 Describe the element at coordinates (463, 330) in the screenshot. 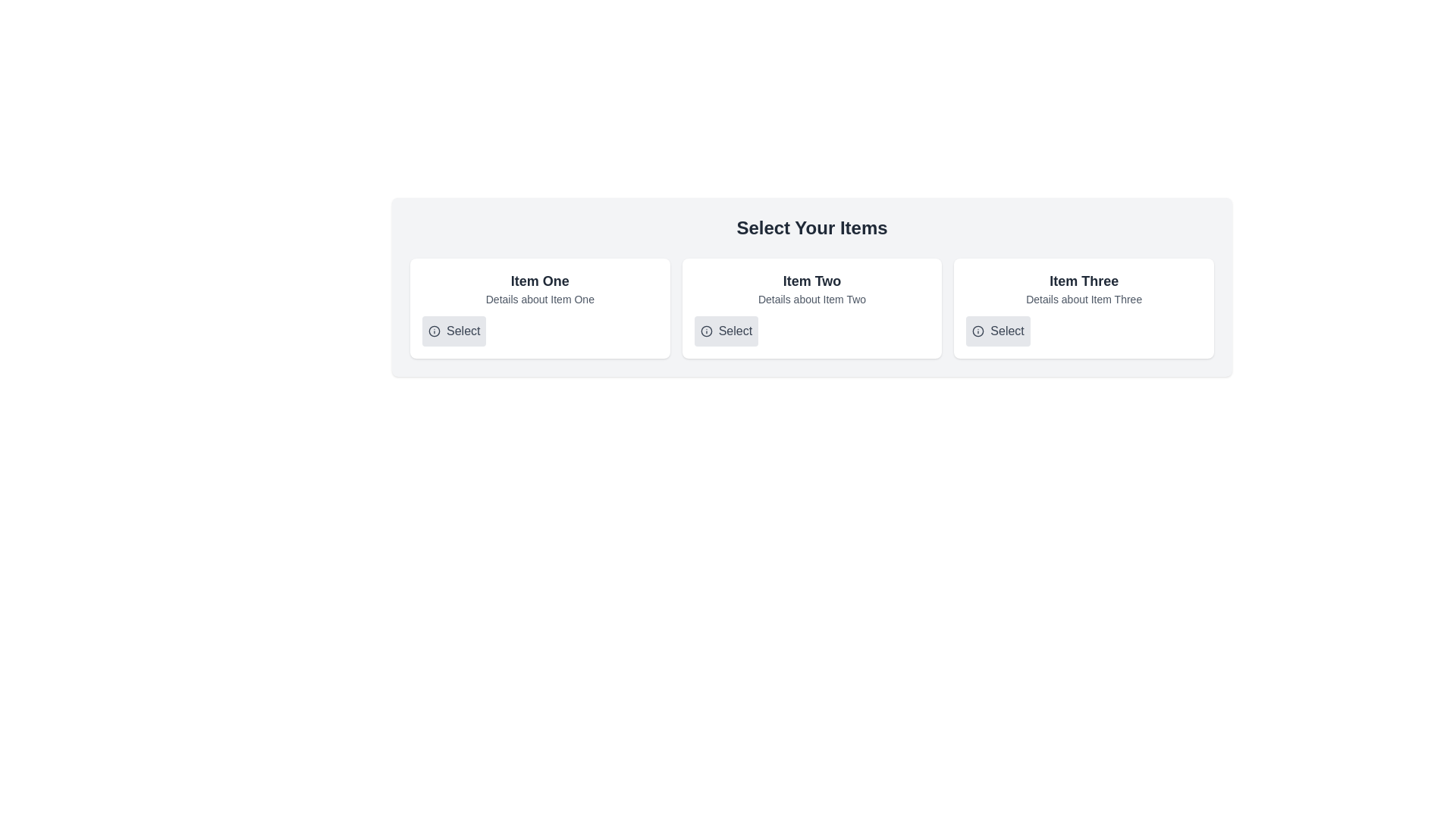

I see `the label within the 'Select' button associated with 'Item One'` at that location.